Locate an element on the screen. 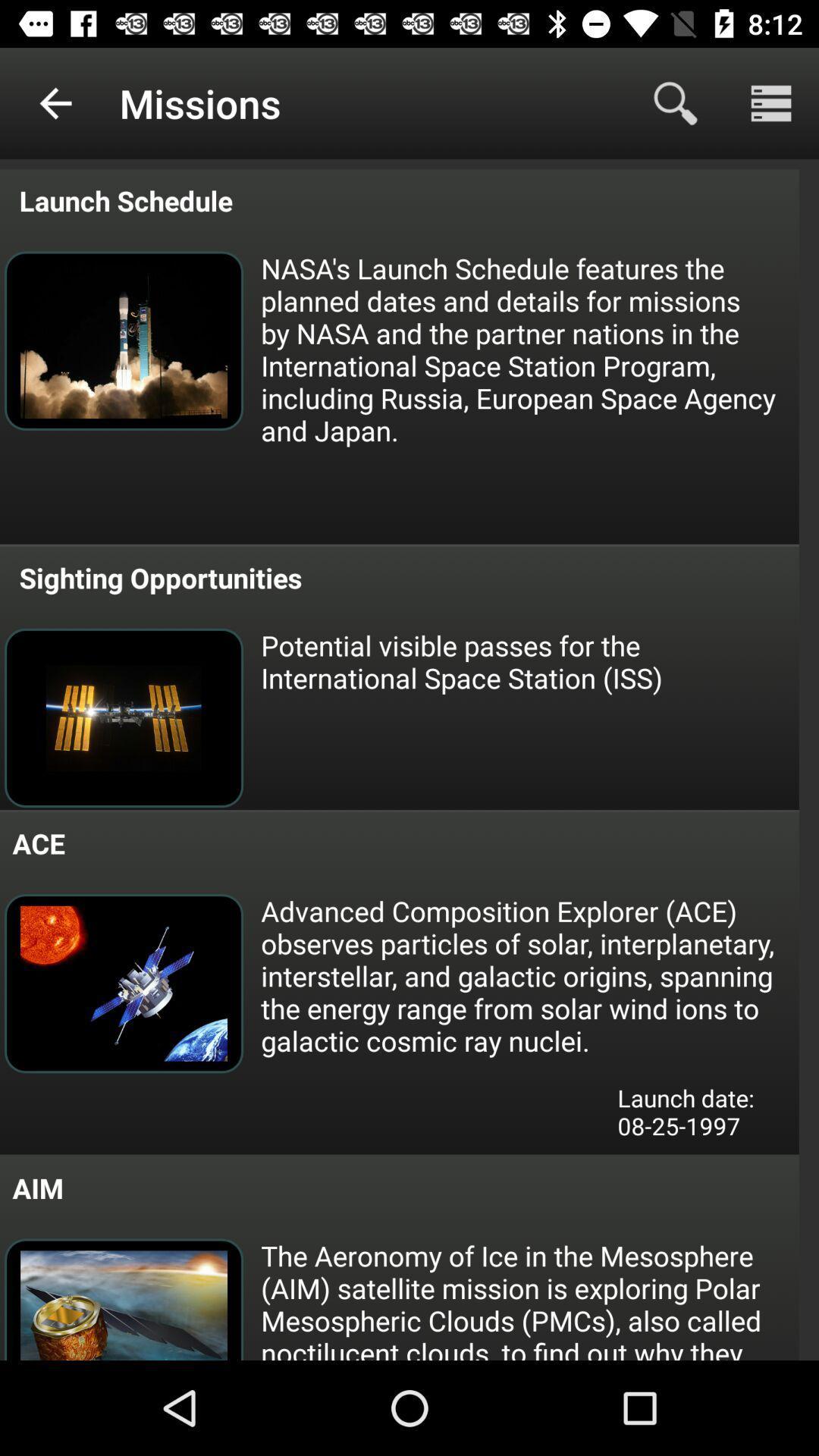 The height and width of the screenshot is (1456, 819). icon above advanced composition explorer item is located at coordinates (528, 661).